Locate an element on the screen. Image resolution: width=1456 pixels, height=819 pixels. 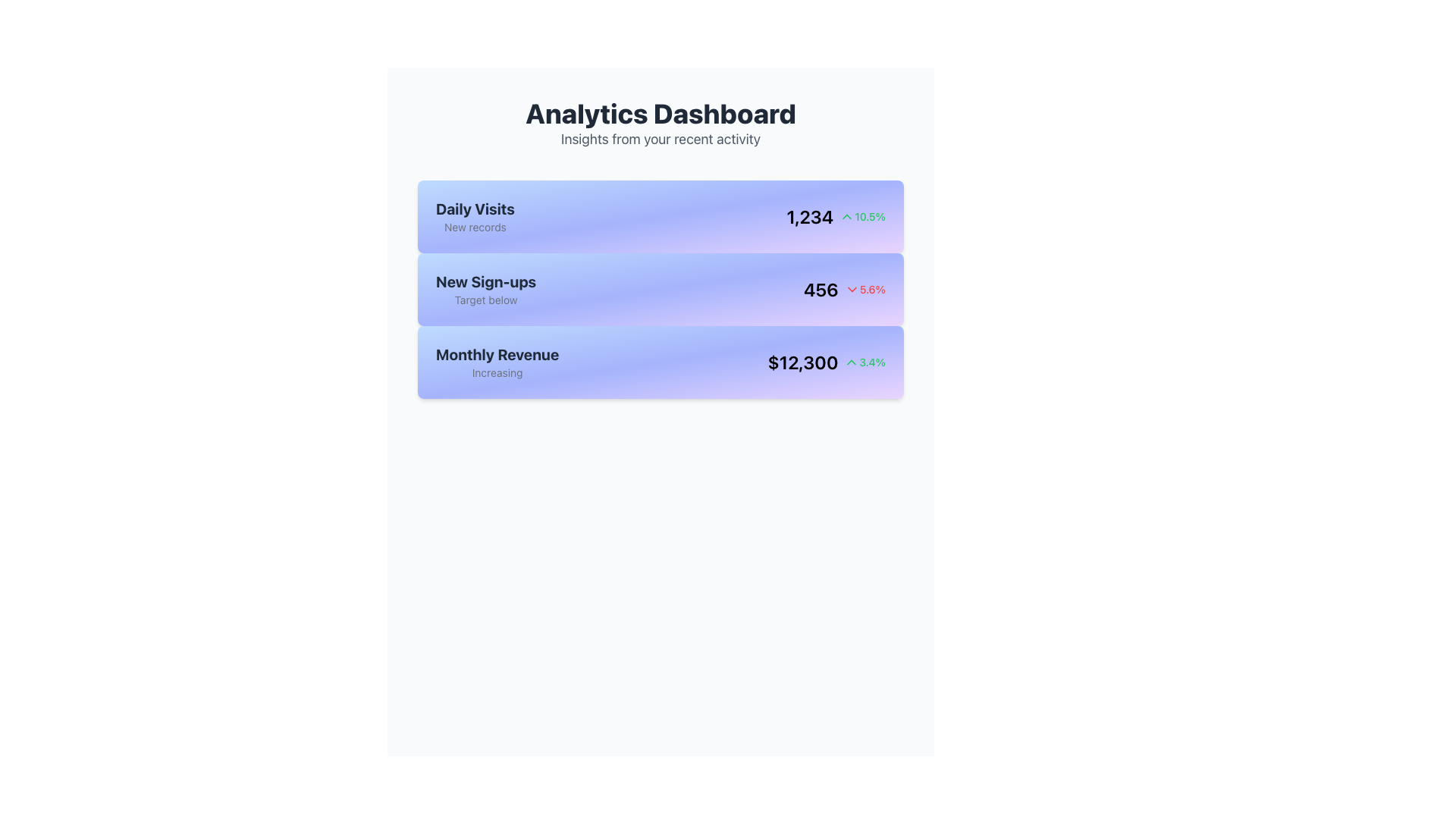
the text label 'New records' which is located directly below 'Daily Visits' in the first information card, aligned to the left side of the card is located at coordinates (474, 227).